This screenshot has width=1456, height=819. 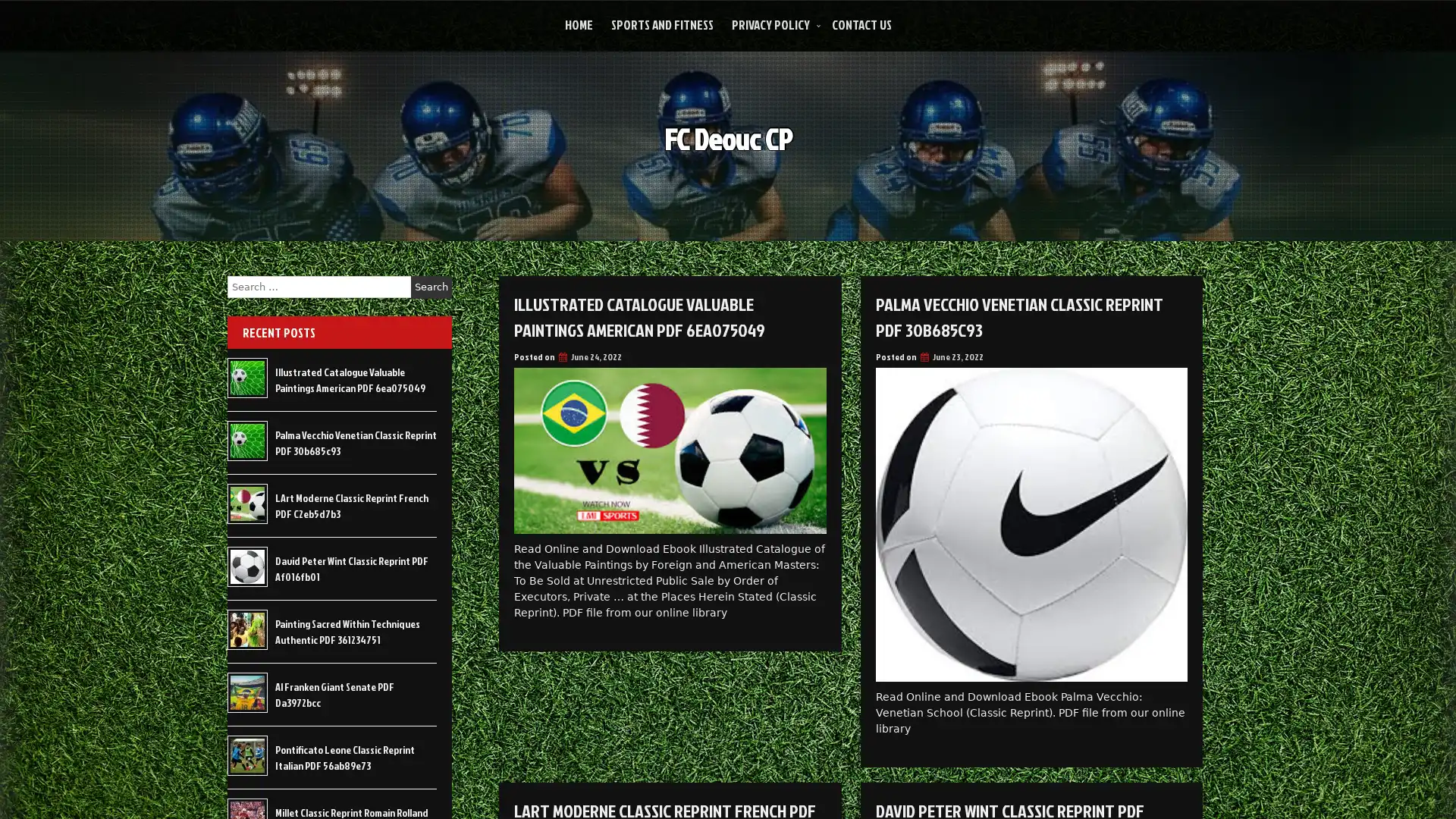 I want to click on Search, so click(x=431, y=287).